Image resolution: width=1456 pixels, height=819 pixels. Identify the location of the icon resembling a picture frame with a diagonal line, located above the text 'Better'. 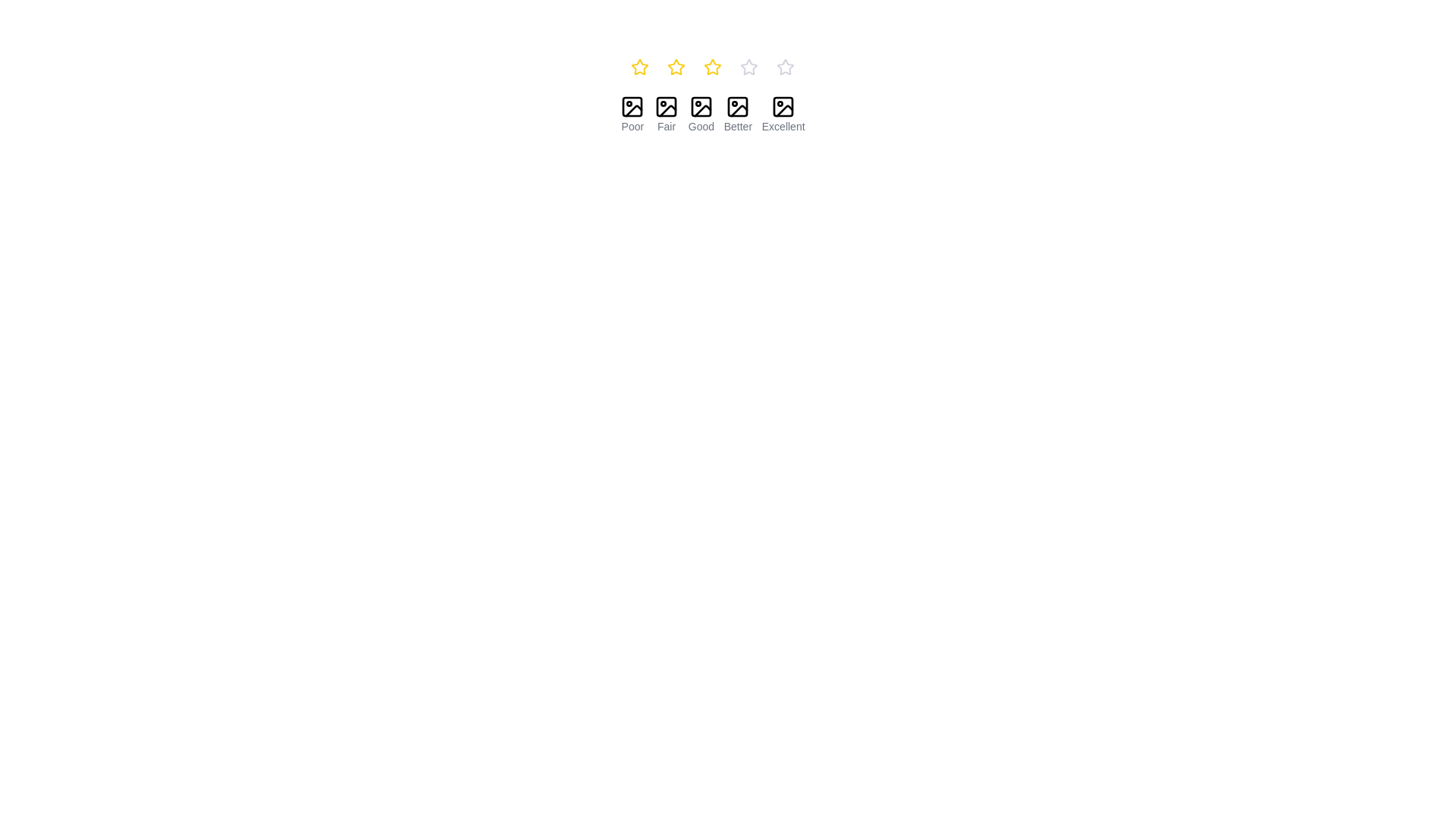
(738, 106).